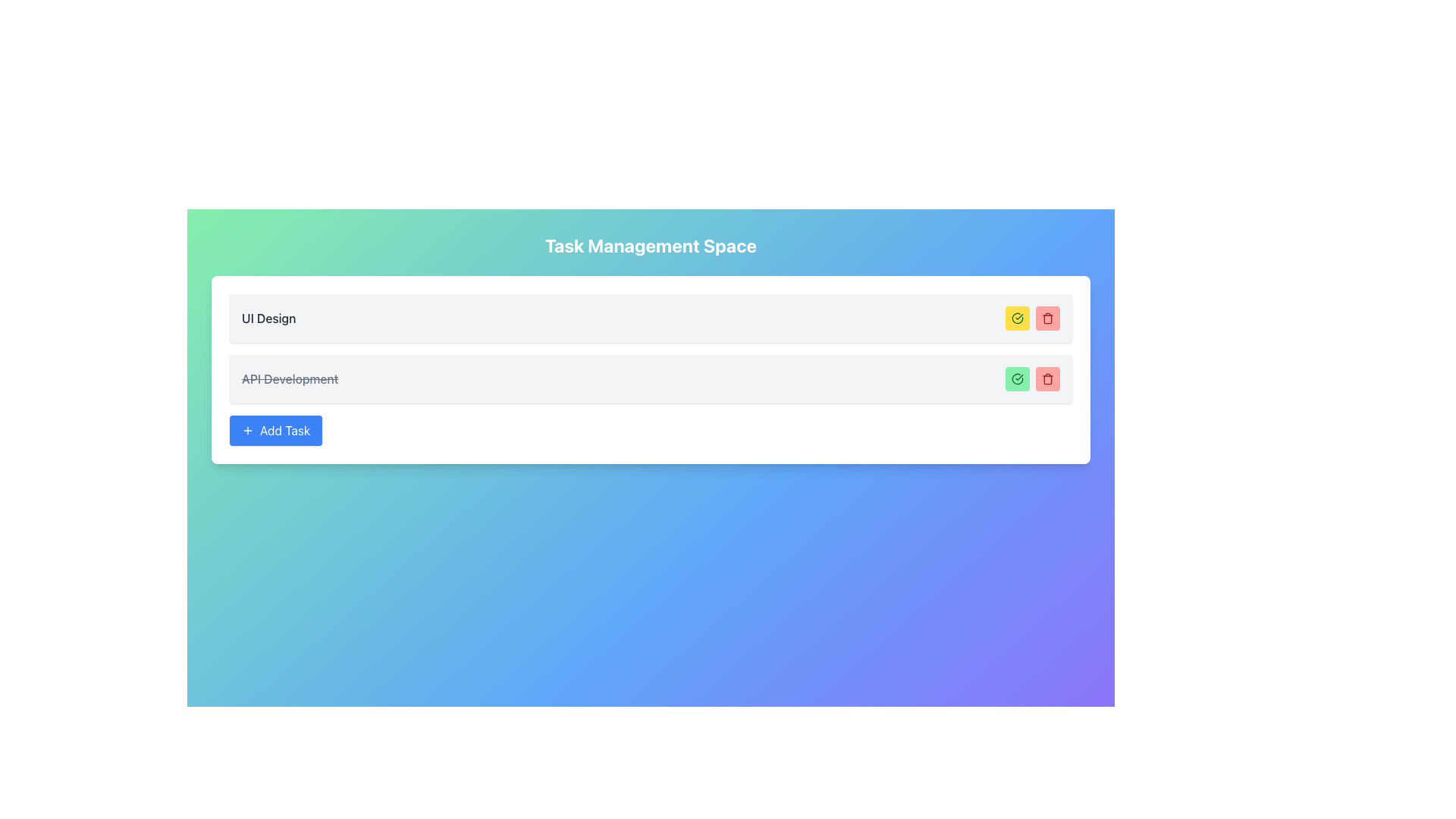 The width and height of the screenshot is (1456, 819). Describe the element at coordinates (290, 378) in the screenshot. I see `the Static Text element labeled 'API Development' which has a strikethrough effect and is styled in gray color, located in the second row beneath 'UI Design'` at that location.